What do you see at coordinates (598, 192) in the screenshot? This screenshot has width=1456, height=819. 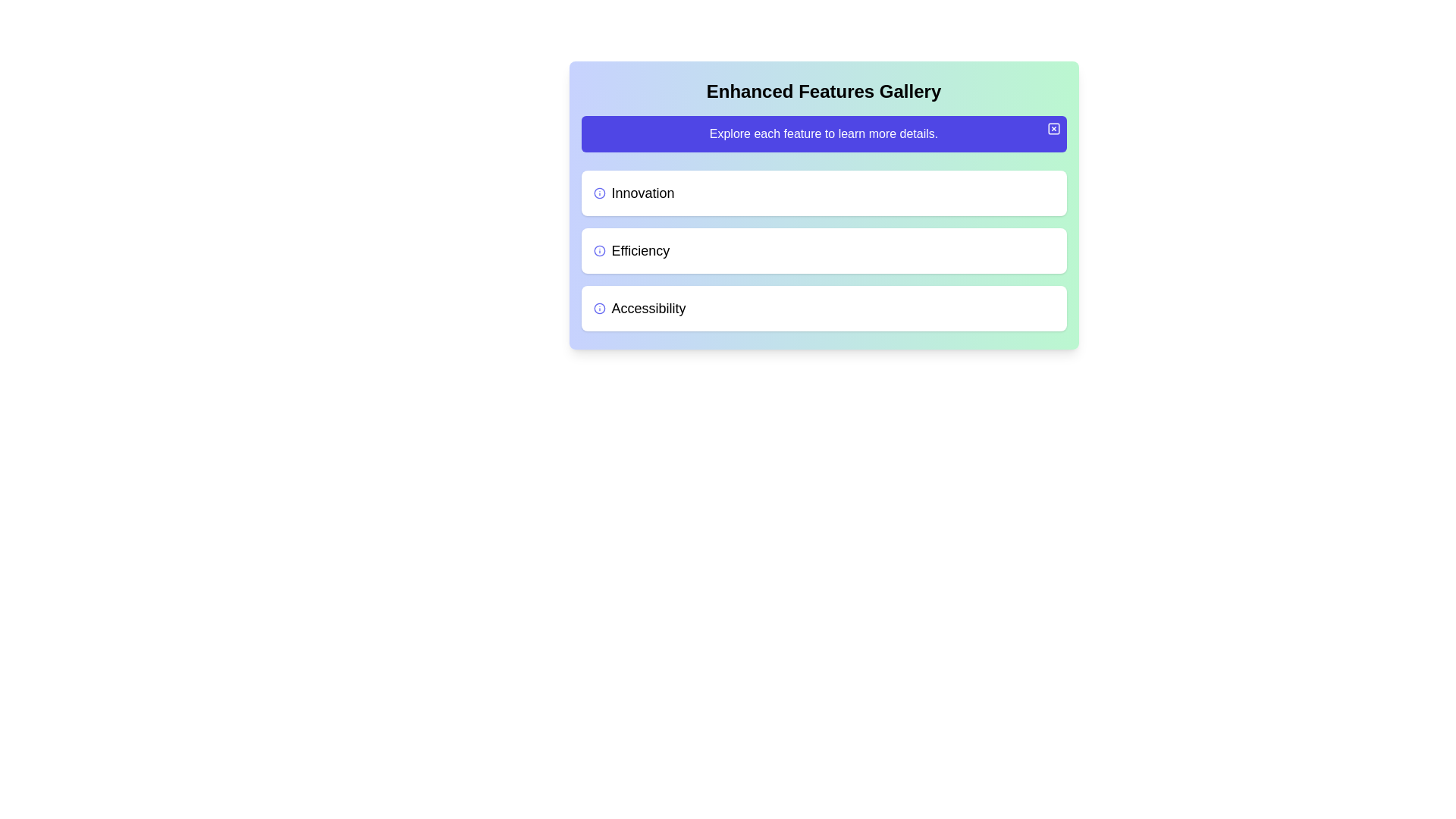 I see `the circular blue icon with an 'i' character located beside the text 'Innovation' in the card layout` at bounding box center [598, 192].